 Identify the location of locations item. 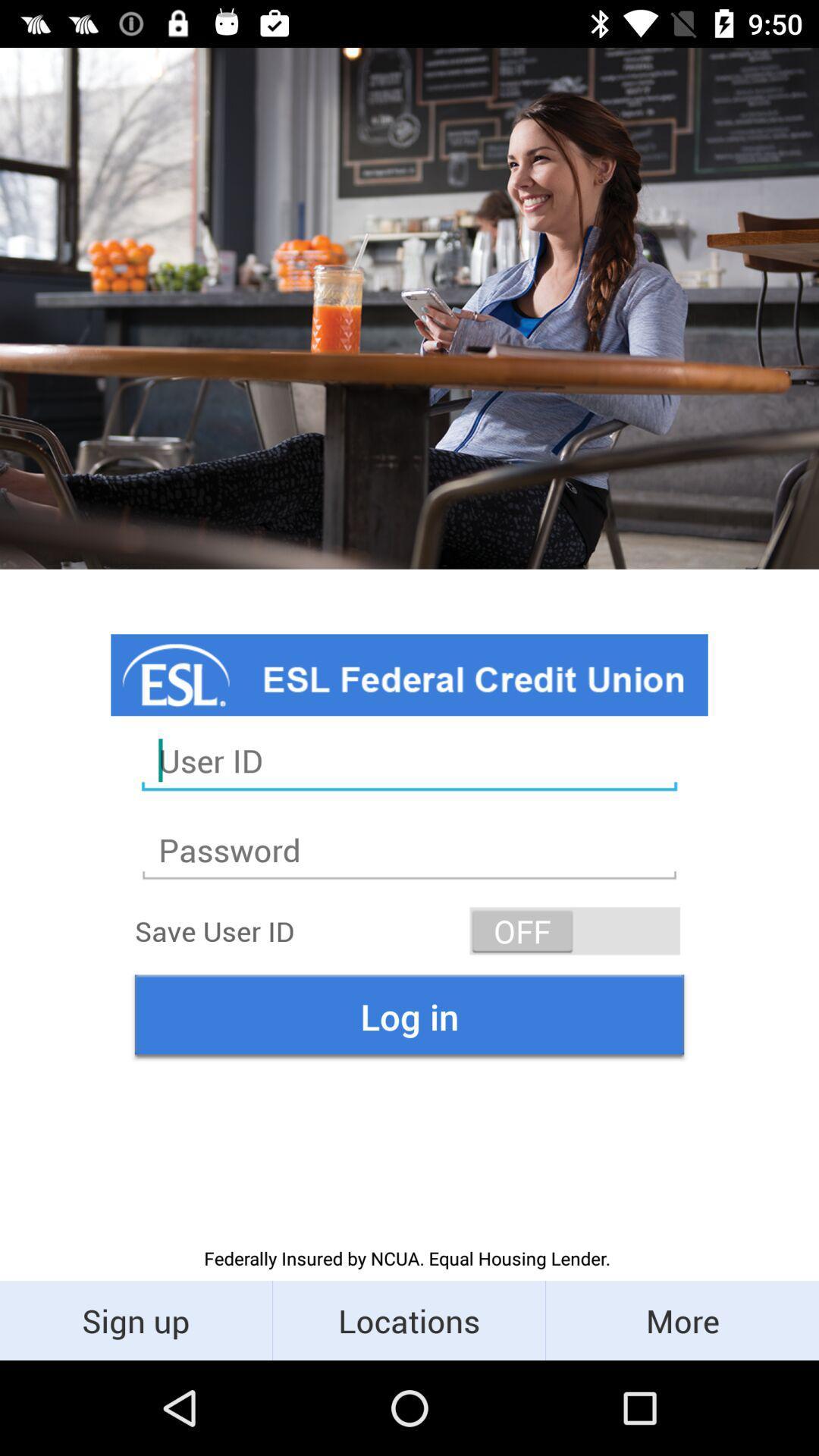
(408, 1319).